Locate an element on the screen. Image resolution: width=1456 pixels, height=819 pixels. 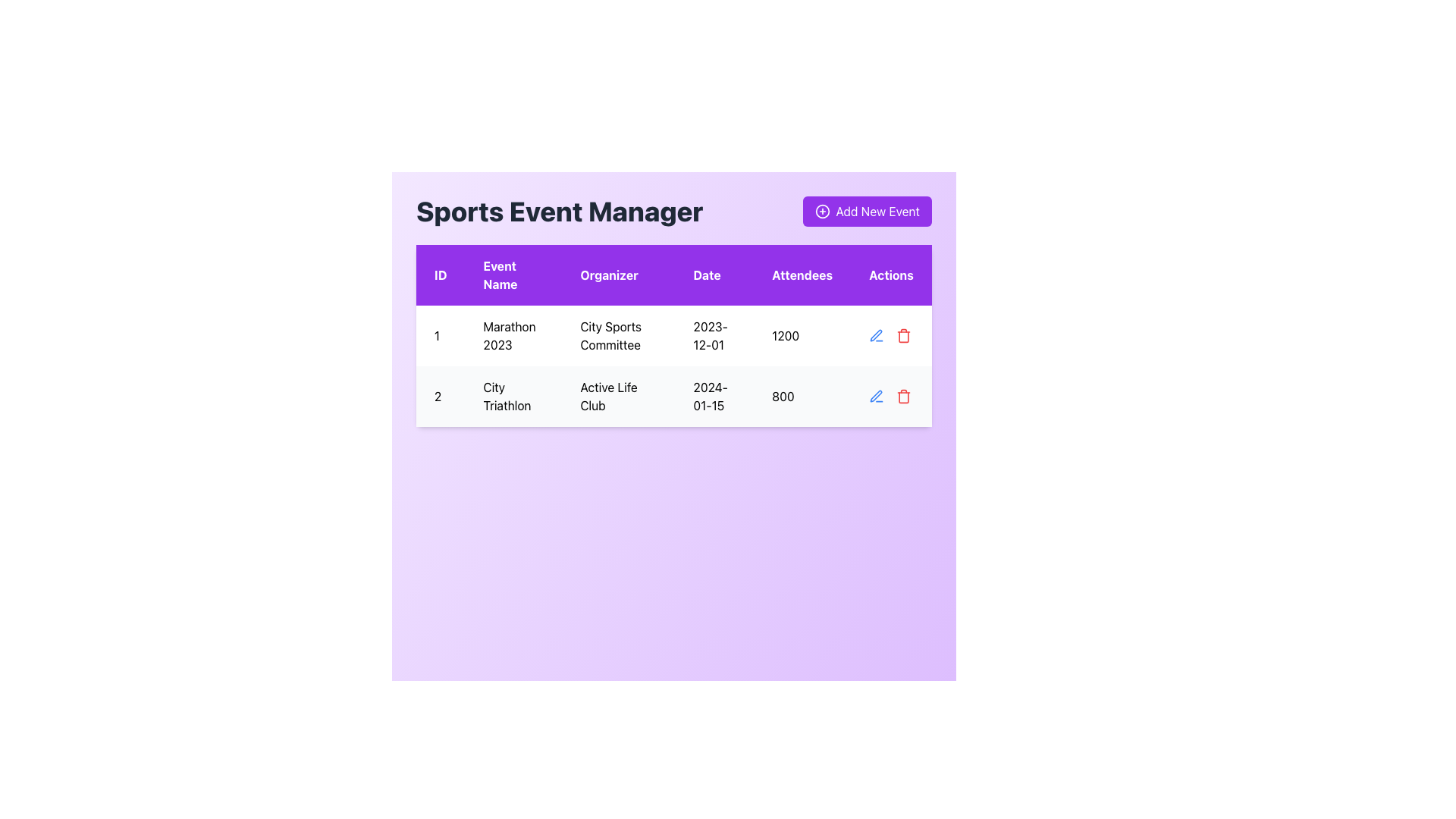
the pen icon located in the 'Actions' column of the second row of the table to initiate editing is located at coordinates (877, 335).